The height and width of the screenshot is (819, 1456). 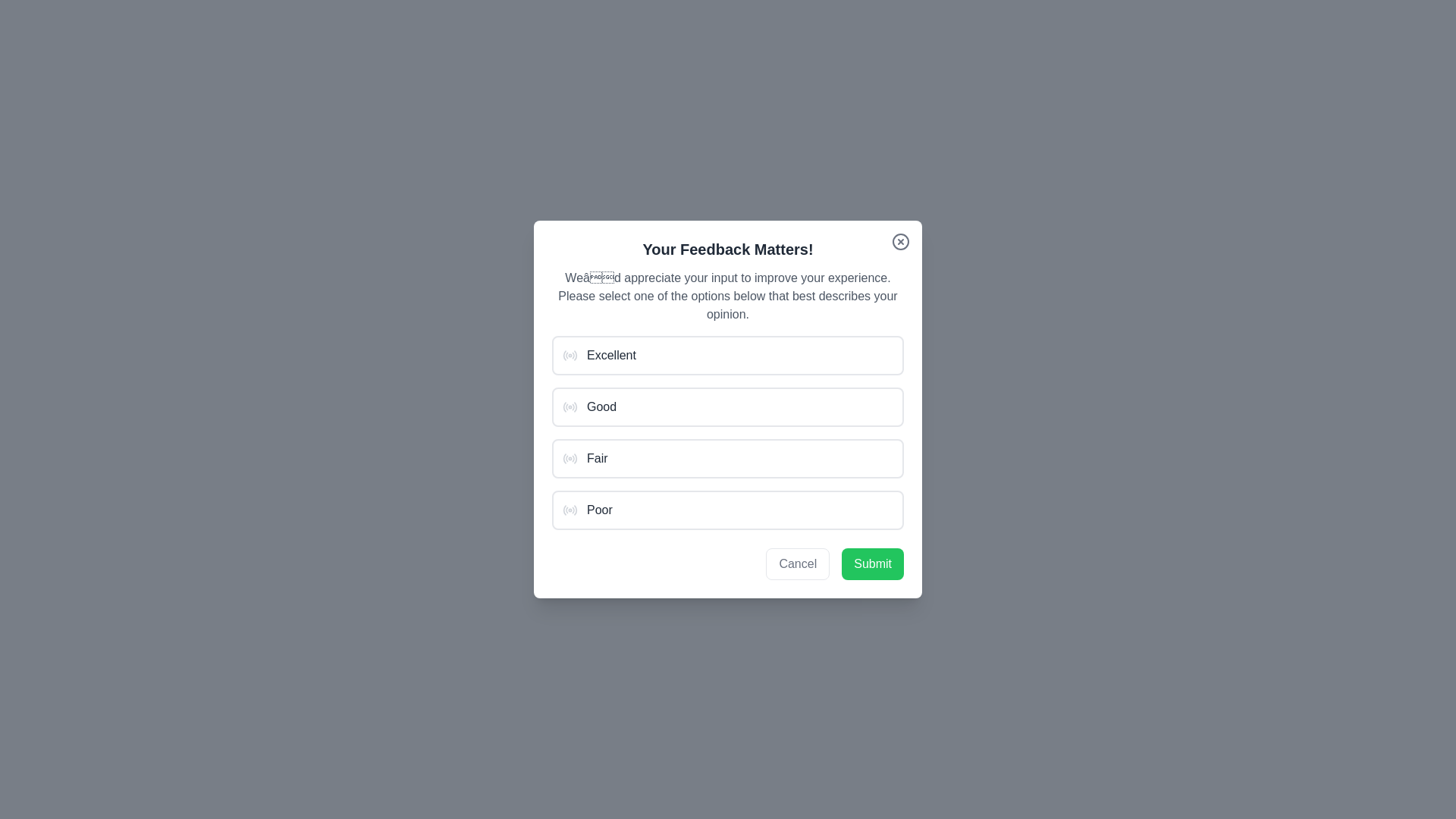 What do you see at coordinates (873, 564) in the screenshot?
I see `Submit button to confirm the selected option` at bounding box center [873, 564].